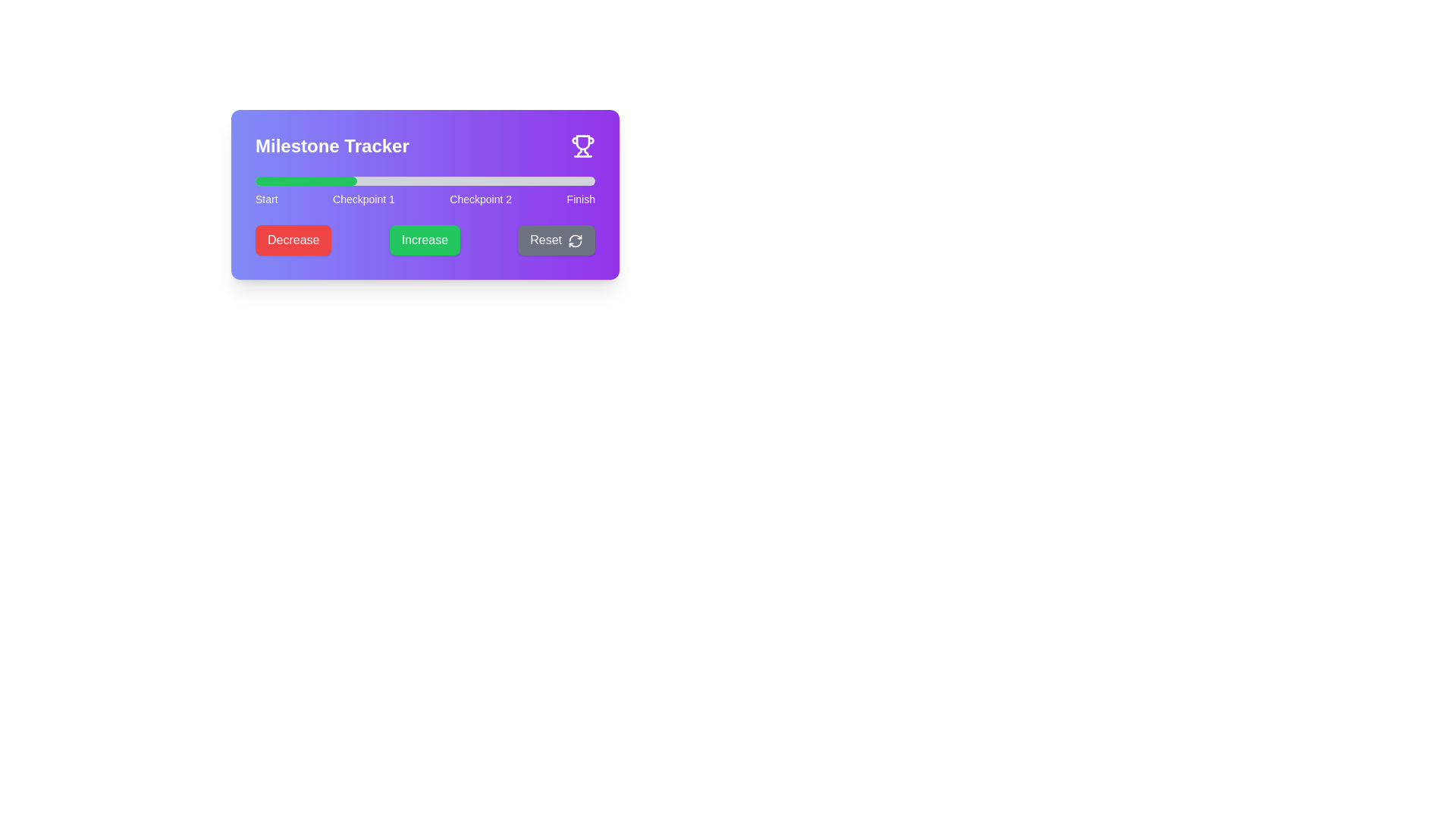 The height and width of the screenshot is (819, 1456). I want to click on the progress bar of the 'Milestone Tracker' UI element, which features a green section and milestone labels, so click(425, 194).